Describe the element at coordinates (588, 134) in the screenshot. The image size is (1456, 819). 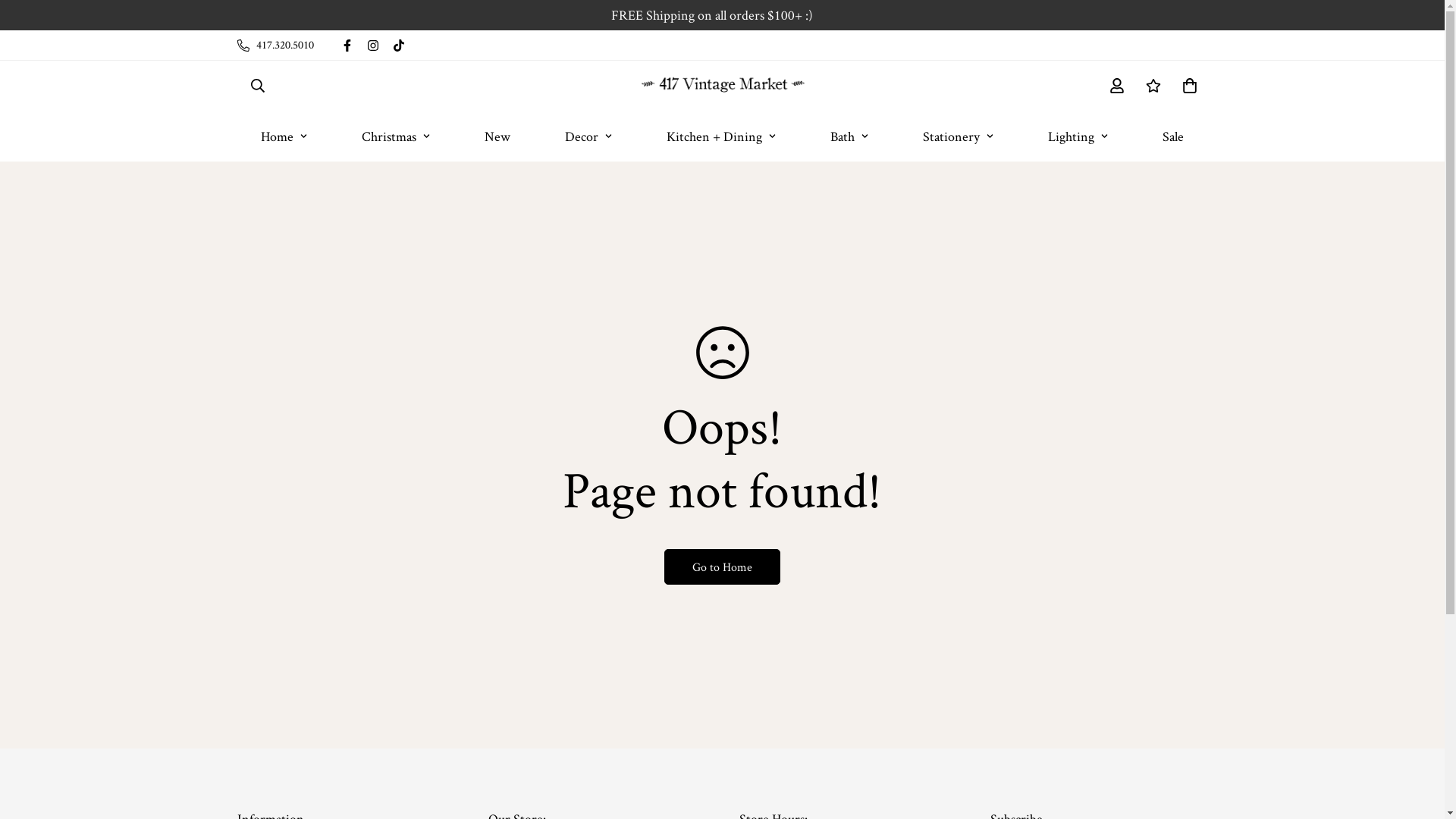
I see `'Decor'` at that location.